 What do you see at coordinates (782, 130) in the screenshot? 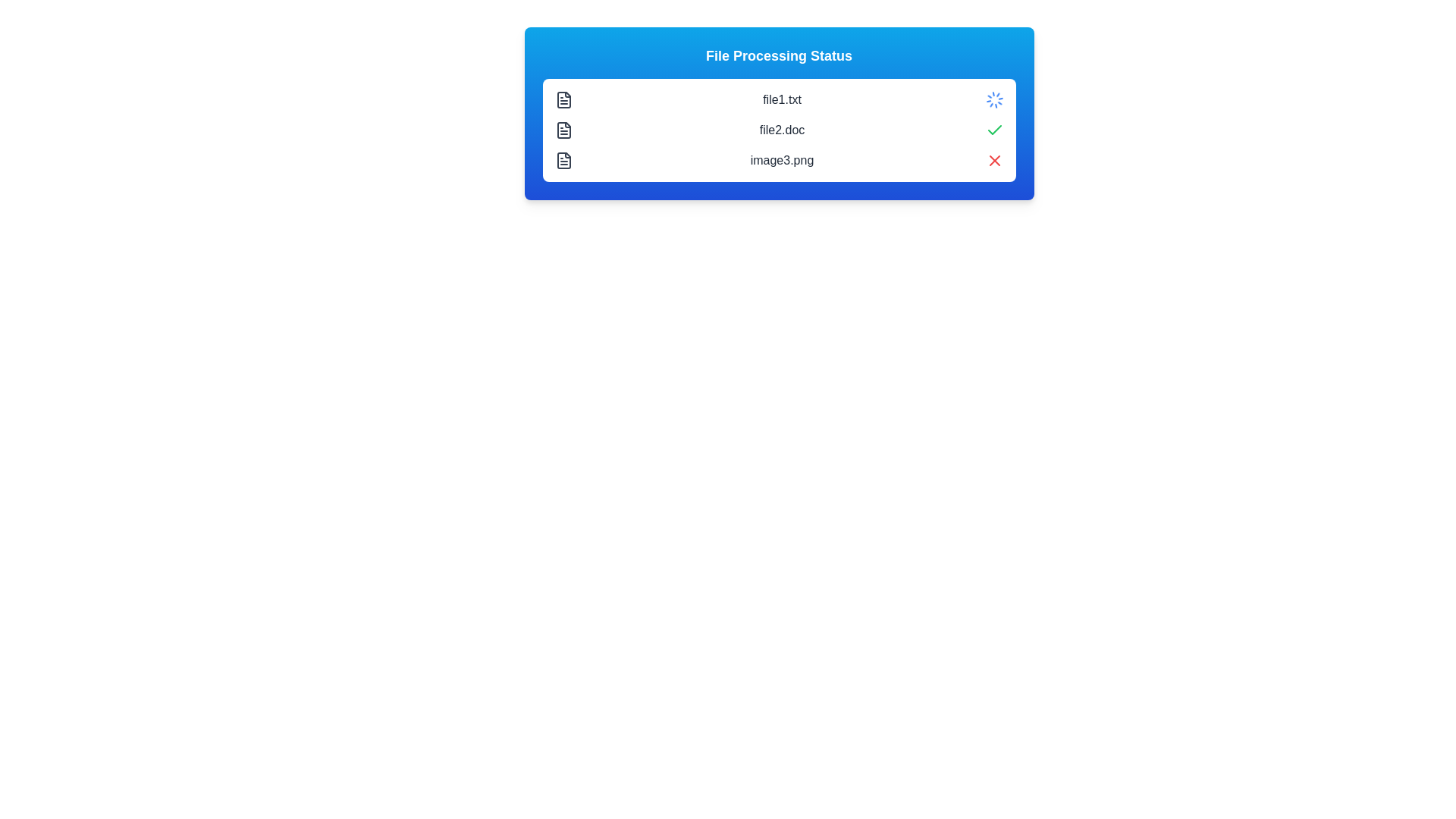
I see `the second text label in the file list that identifies a file, located between the file icon on the left and the green checkmark icon on the right` at bounding box center [782, 130].